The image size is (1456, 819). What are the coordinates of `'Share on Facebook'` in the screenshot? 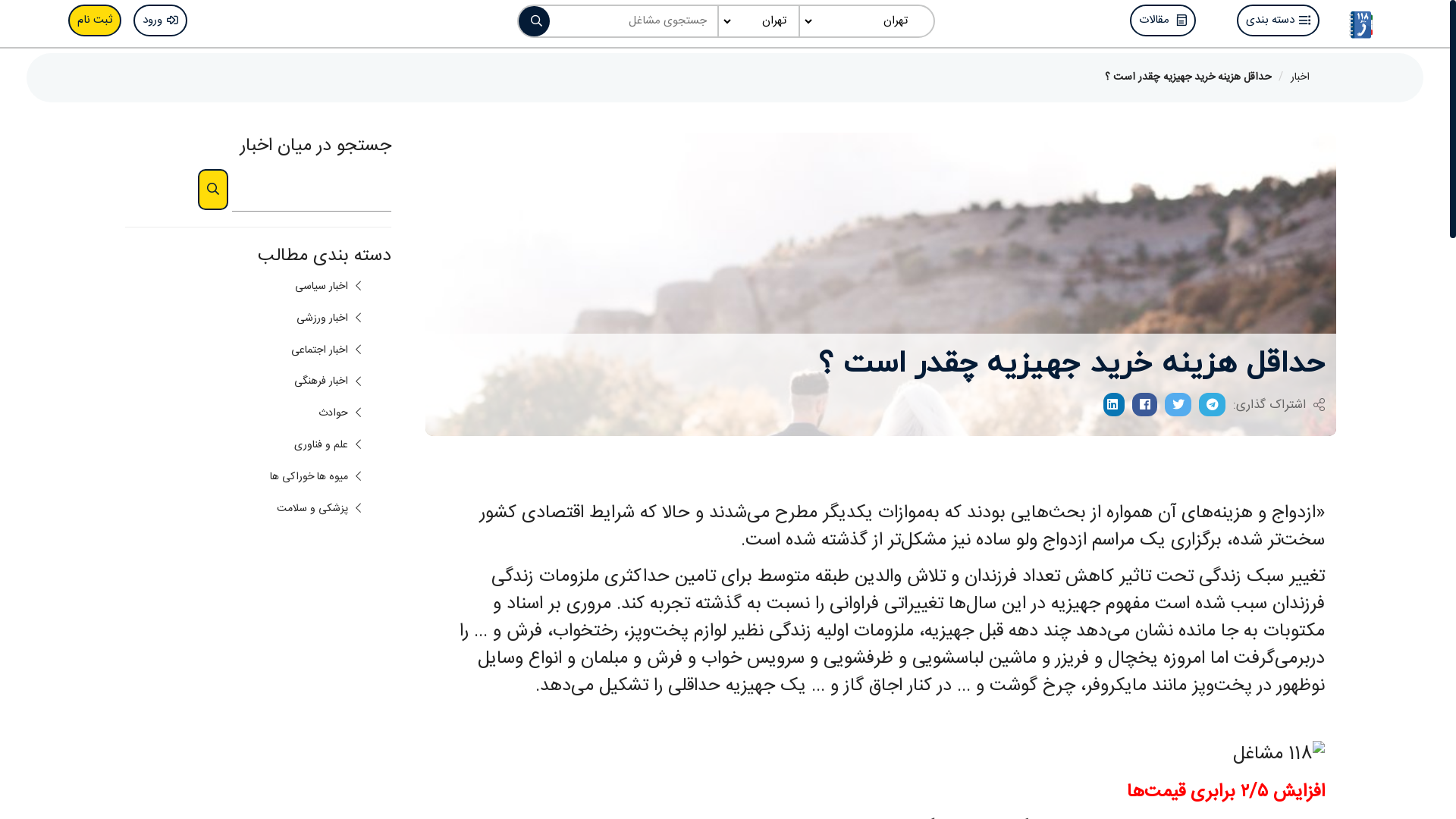 It's located at (1144, 403).